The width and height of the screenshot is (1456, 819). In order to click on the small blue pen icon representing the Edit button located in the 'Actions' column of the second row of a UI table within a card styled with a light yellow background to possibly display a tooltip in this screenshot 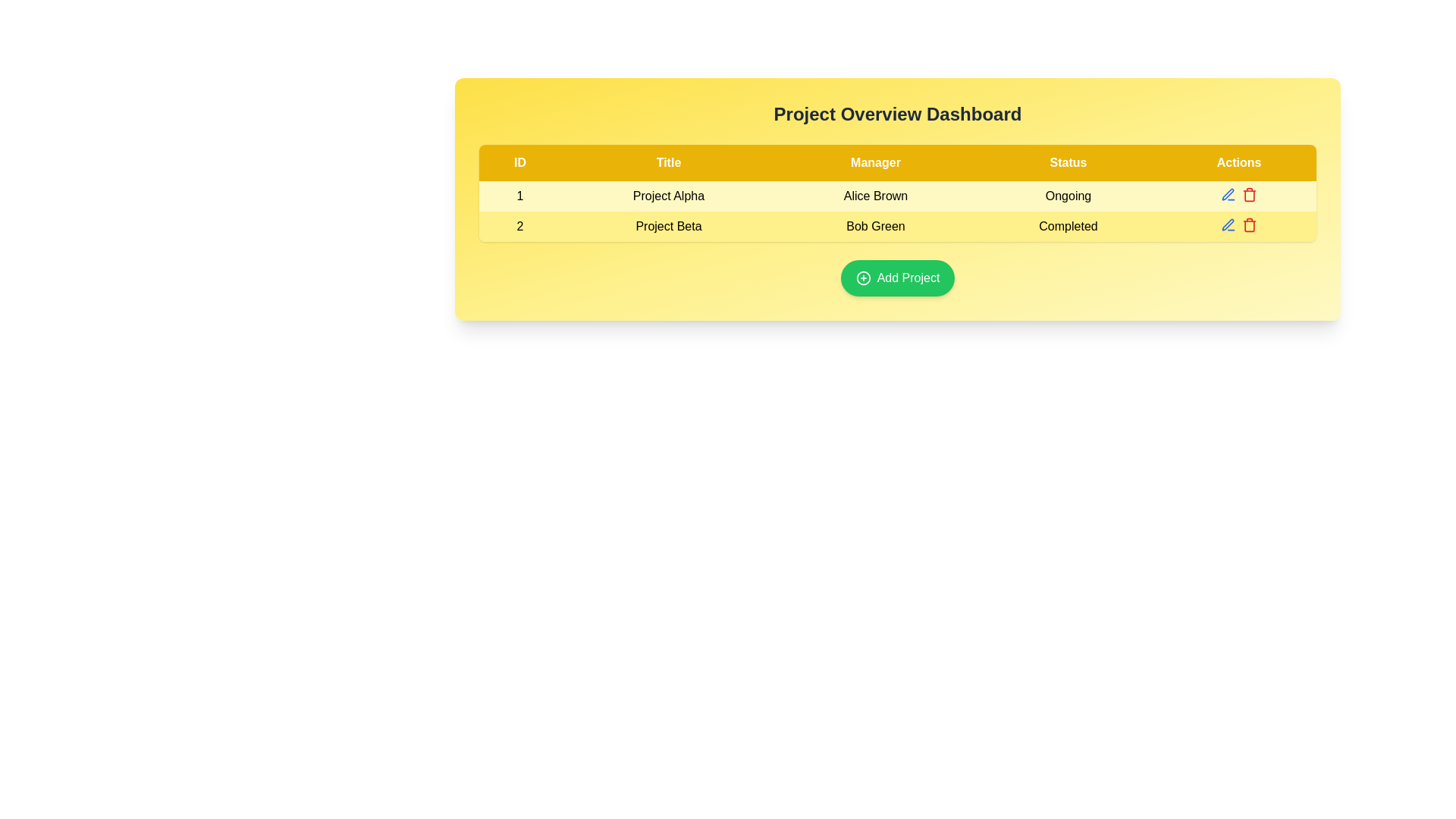, I will do `click(1228, 194)`.